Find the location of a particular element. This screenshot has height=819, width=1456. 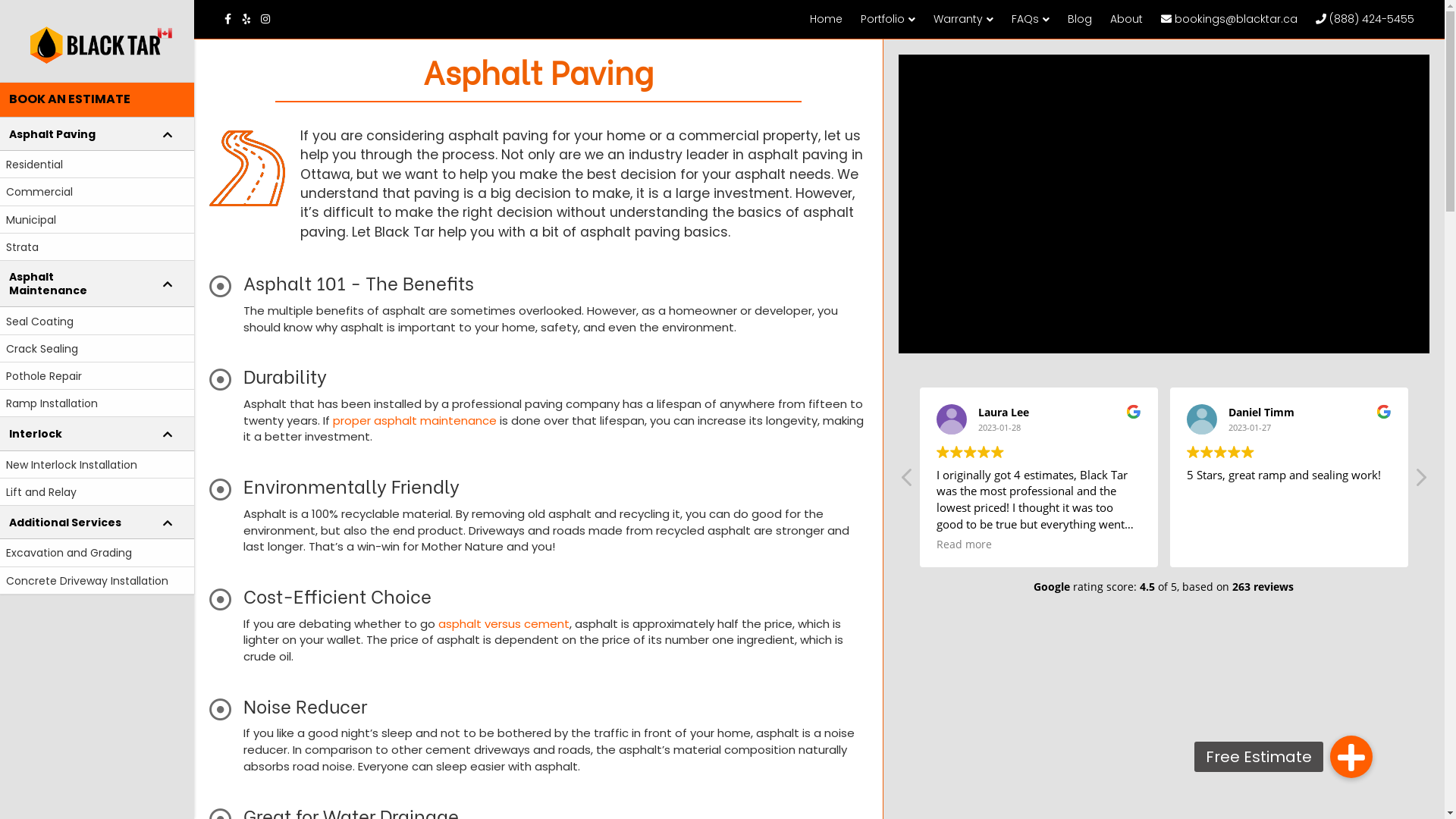

'(888) 424-5455' is located at coordinates (1365, 18).